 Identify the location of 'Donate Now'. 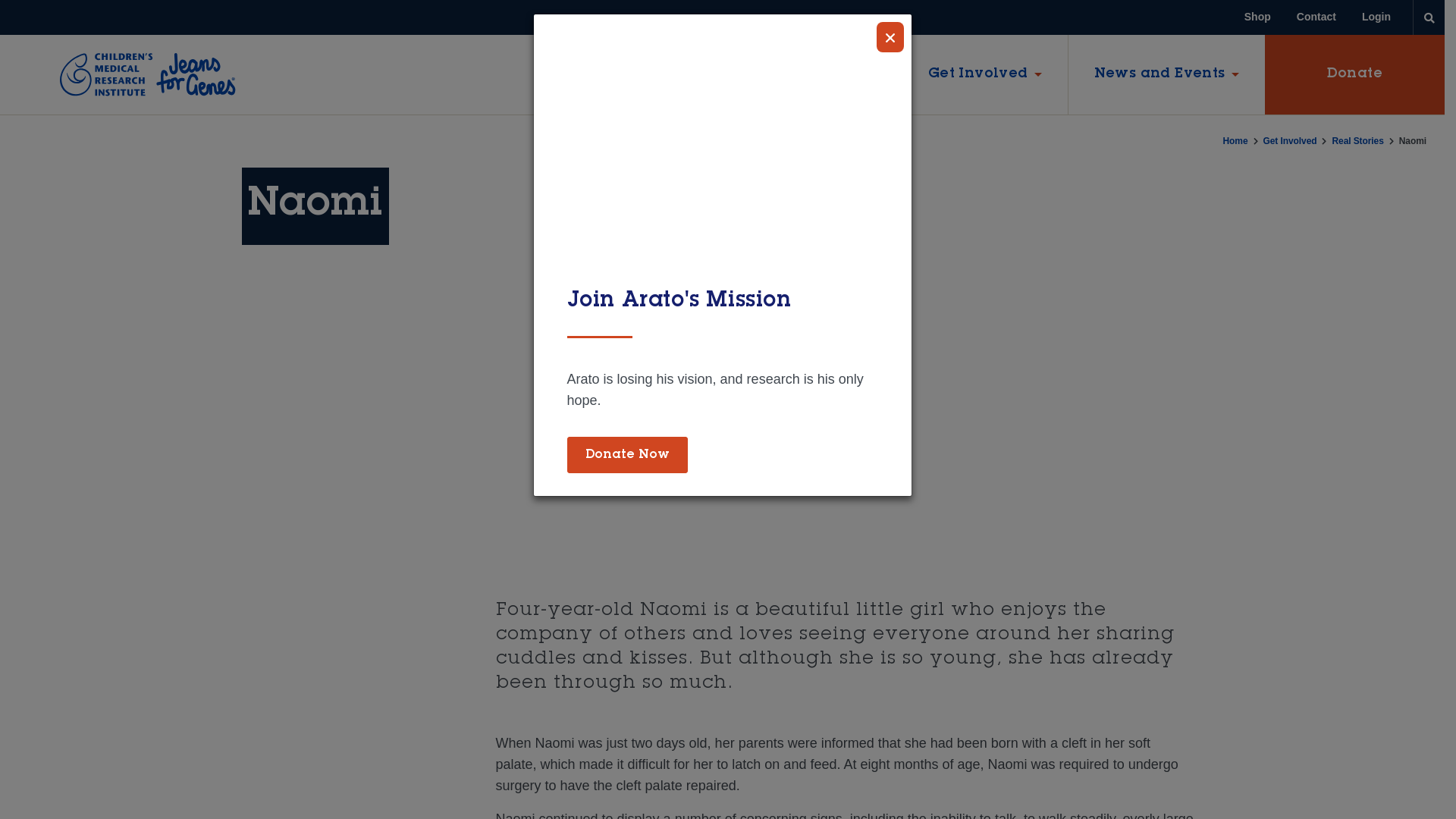
(627, 454).